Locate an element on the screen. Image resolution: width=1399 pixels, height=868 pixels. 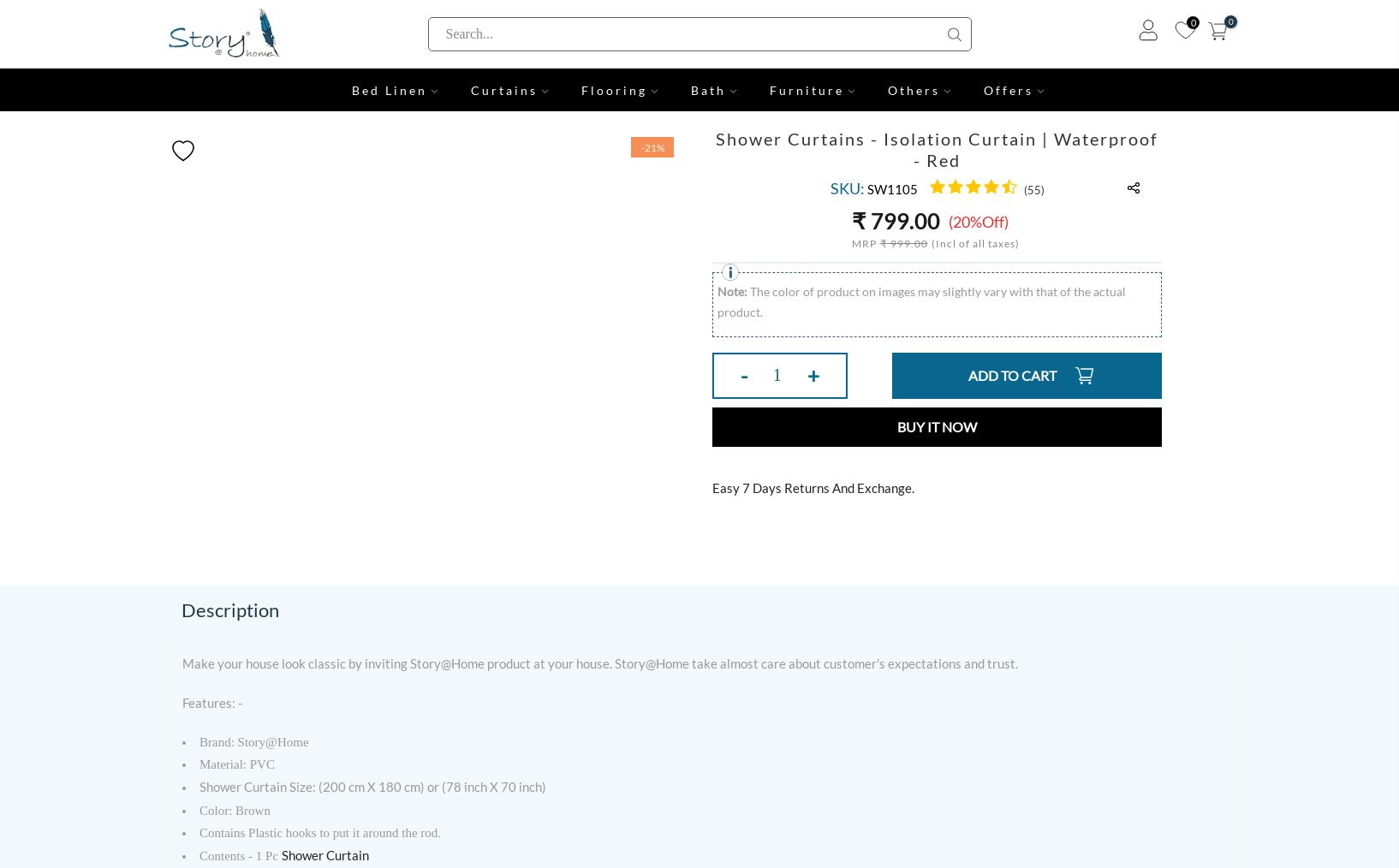
'Curtains' is located at coordinates (504, 89).